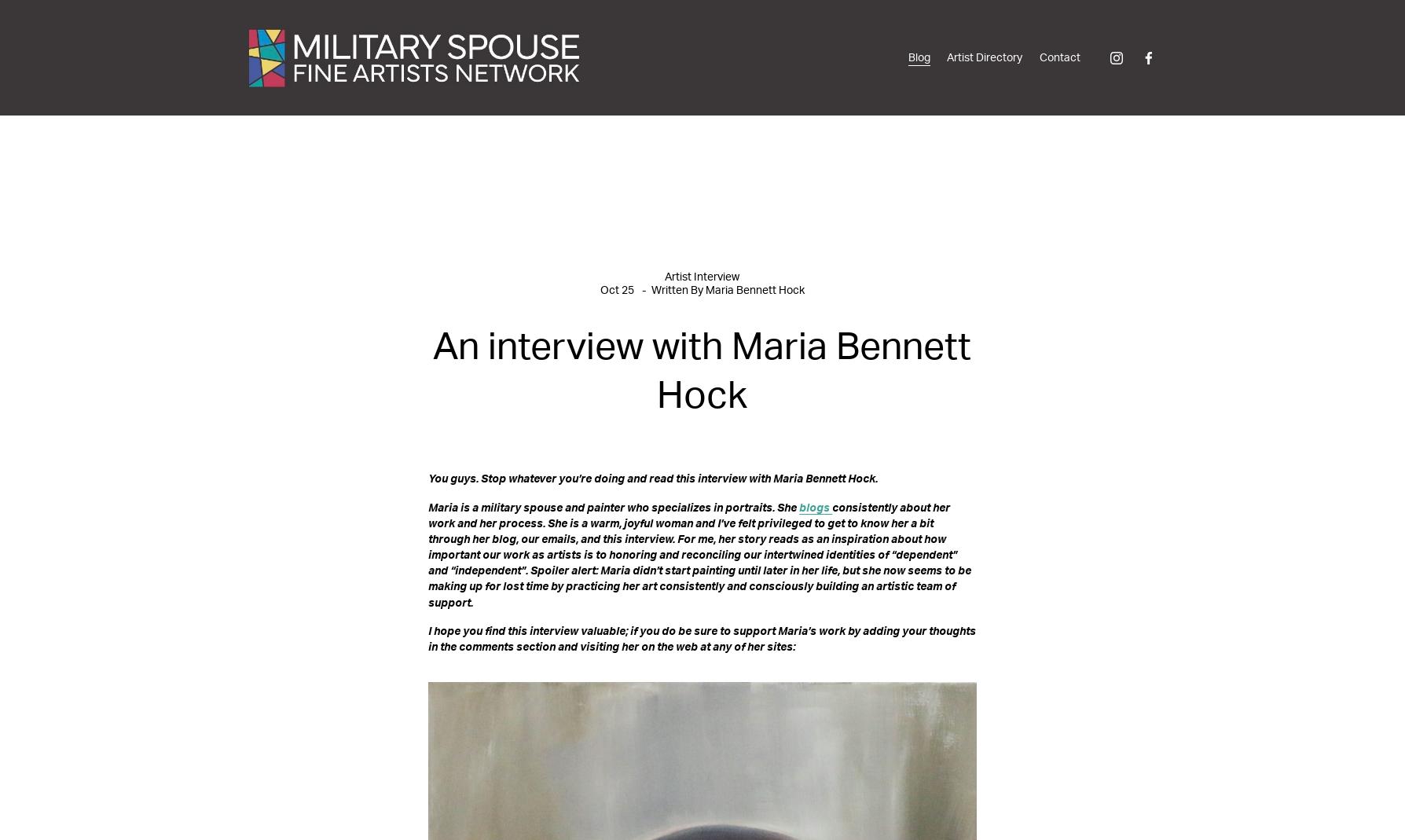  I want to click on 'Oct 25', so click(615, 290).